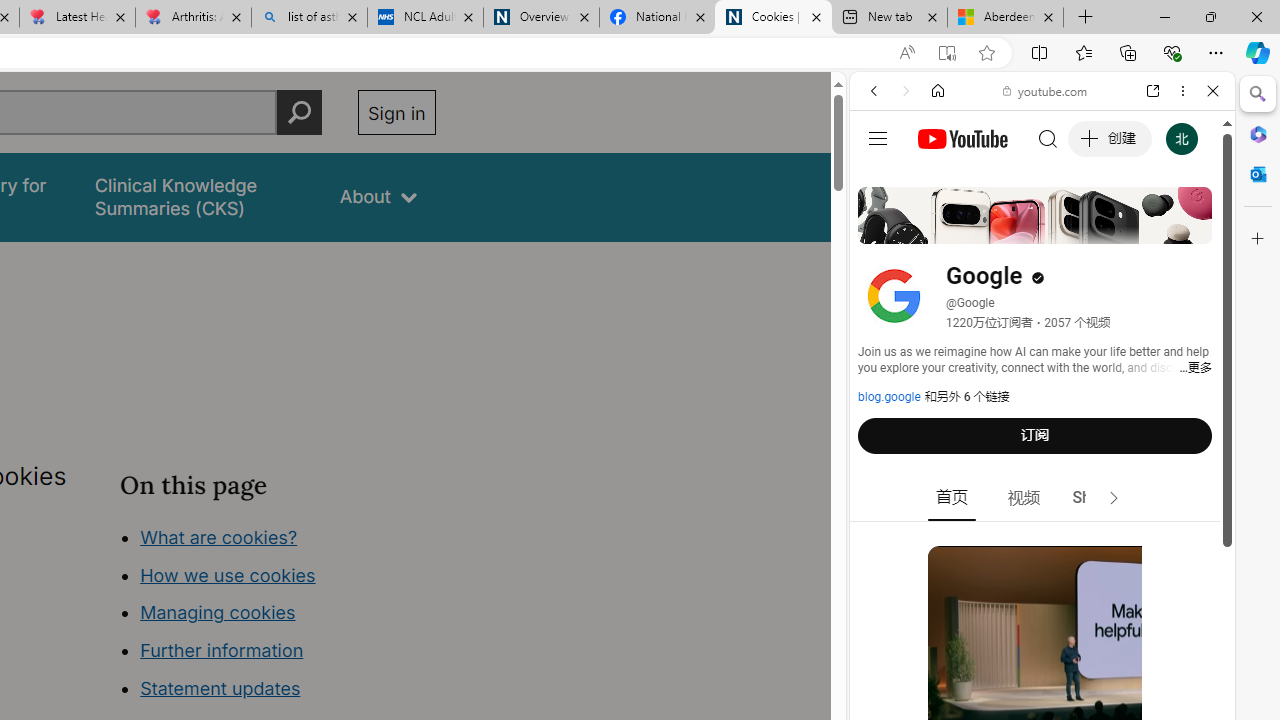 The width and height of the screenshot is (1280, 720). I want to click on 'youtube.com', so click(1045, 91).